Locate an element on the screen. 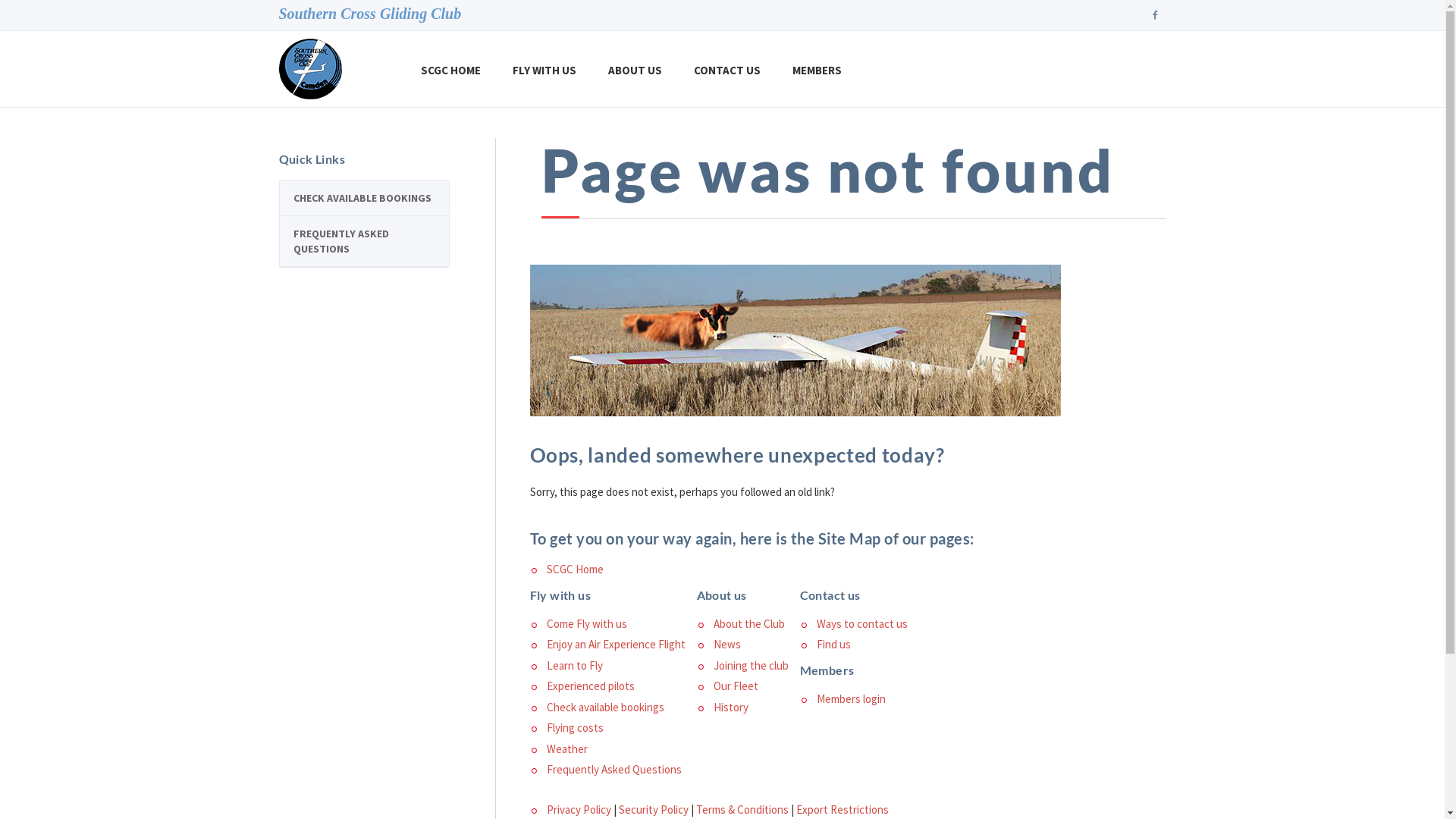  'ABOUT US' is located at coordinates (635, 69).